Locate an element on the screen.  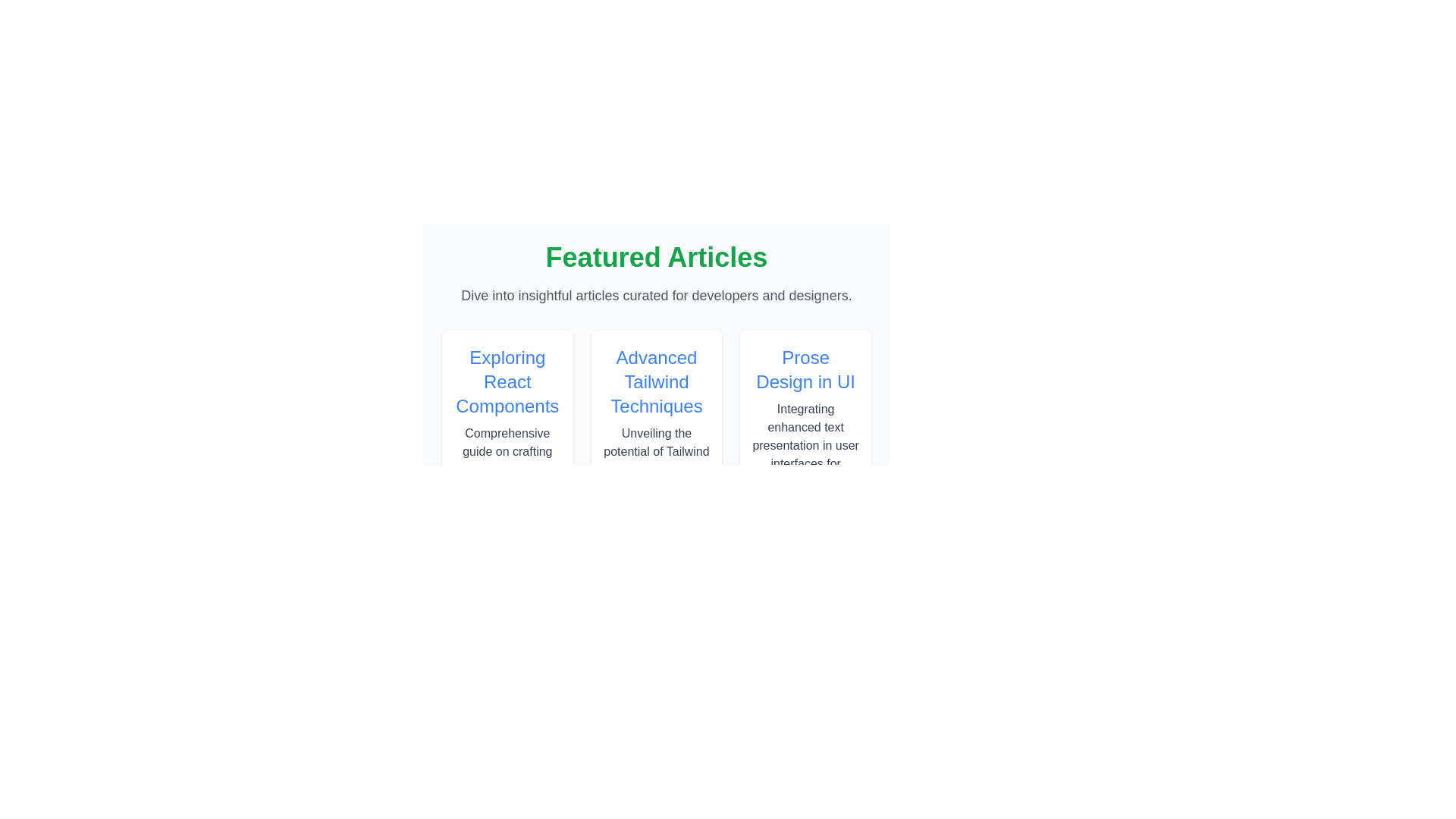
the text heading titled 'Exploring React Components' which is displayed in a large, bold, blue font at the top of the first card in the 'Featured Articles' section is located at coordinates (507, 381).